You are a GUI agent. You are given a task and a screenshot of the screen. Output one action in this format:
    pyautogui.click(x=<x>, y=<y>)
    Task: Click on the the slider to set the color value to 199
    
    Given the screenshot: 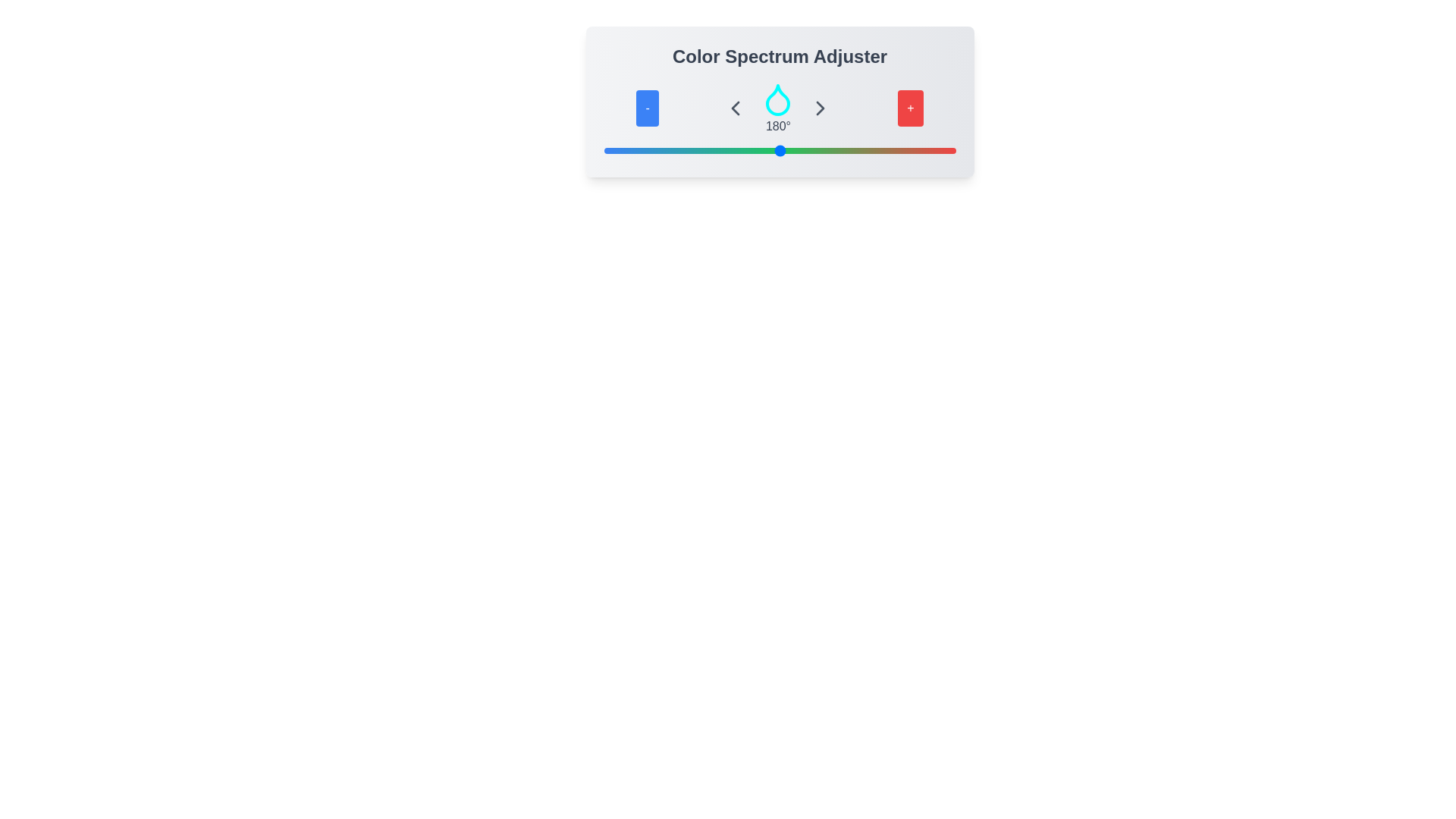 What is the action you would take?
    pyautogui.click(x=797, y=151)
    